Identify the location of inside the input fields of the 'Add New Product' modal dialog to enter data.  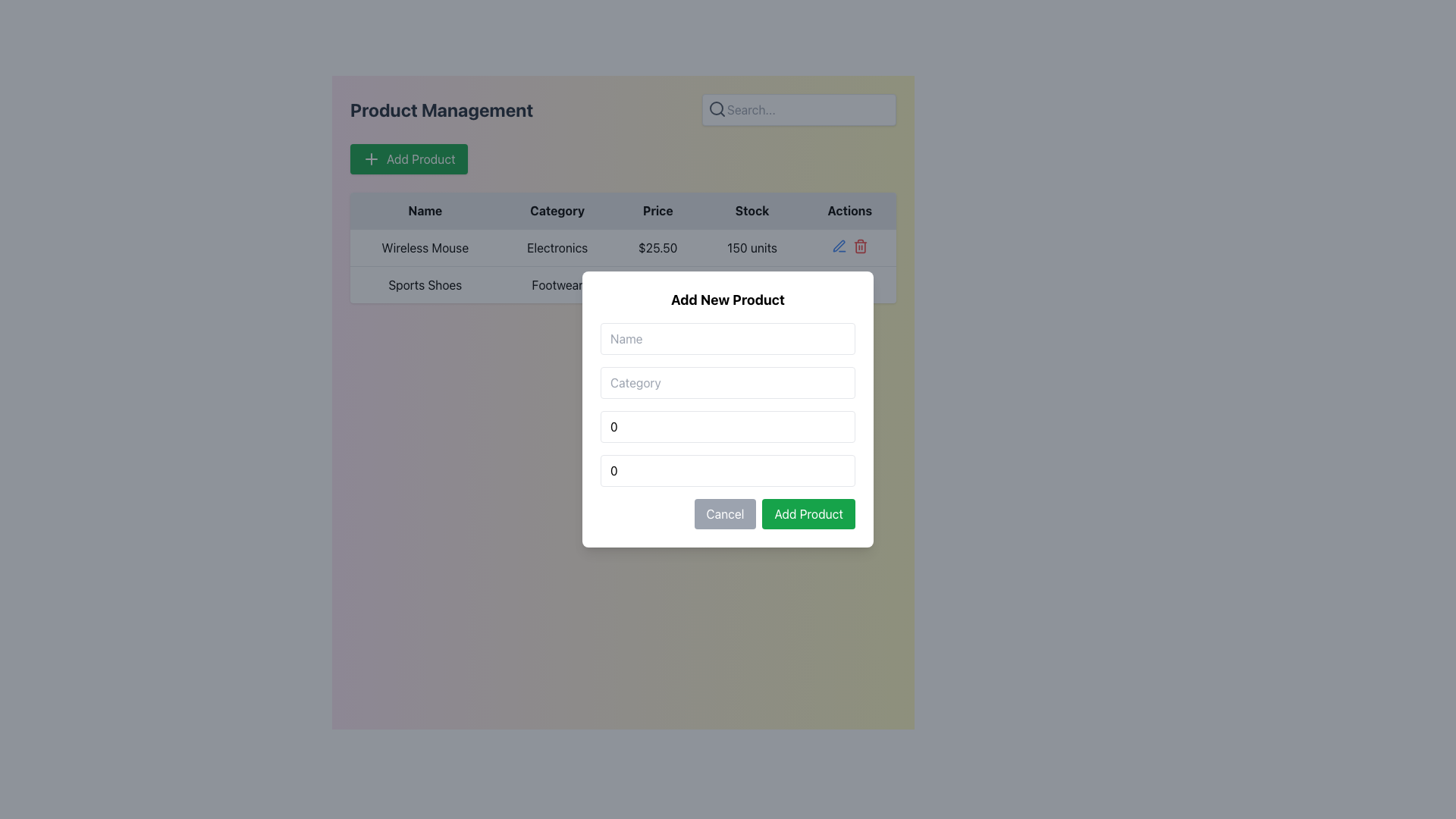
(728, 409).